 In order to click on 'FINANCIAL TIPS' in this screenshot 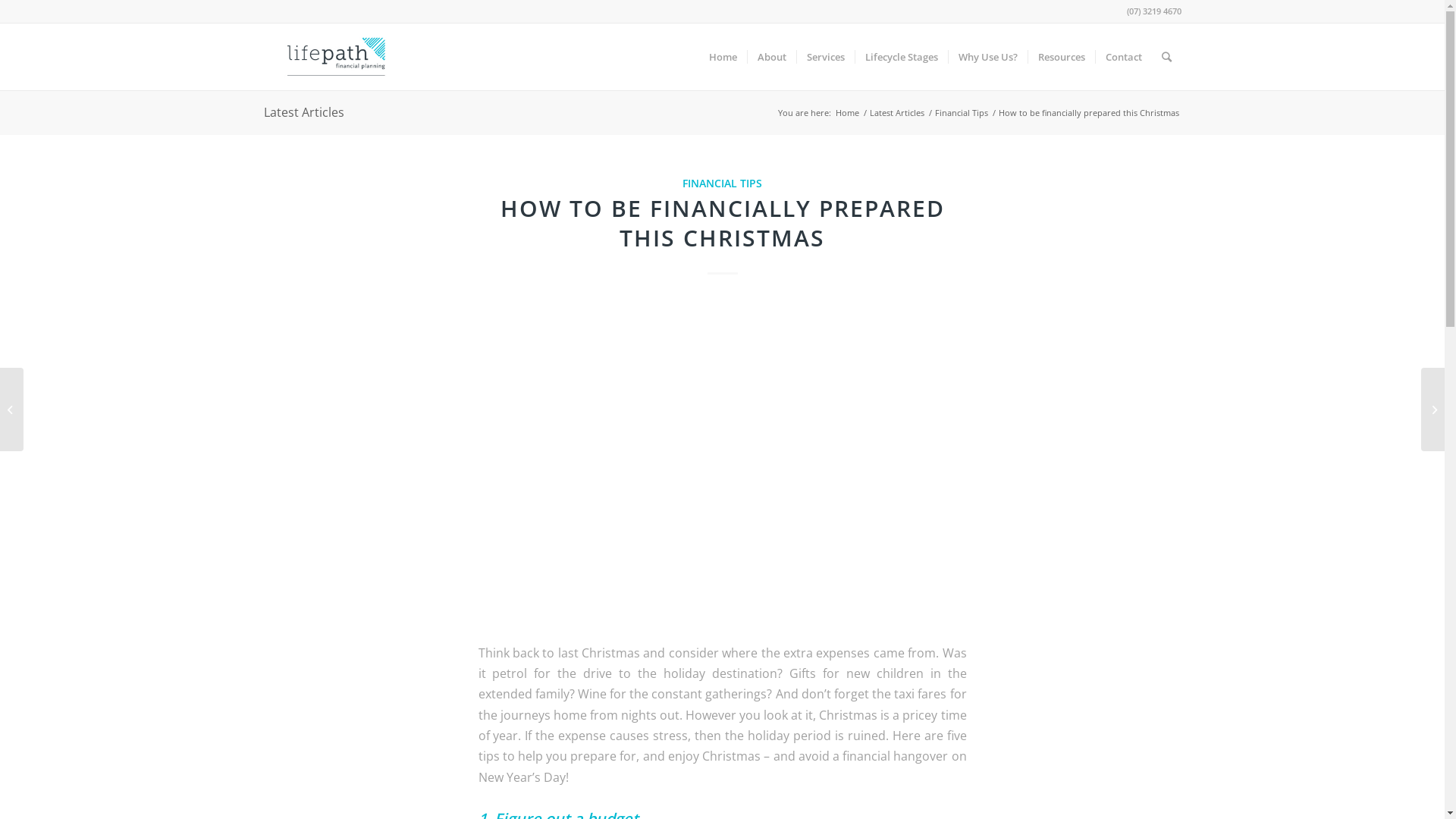, I will do `click(682, 182)`.